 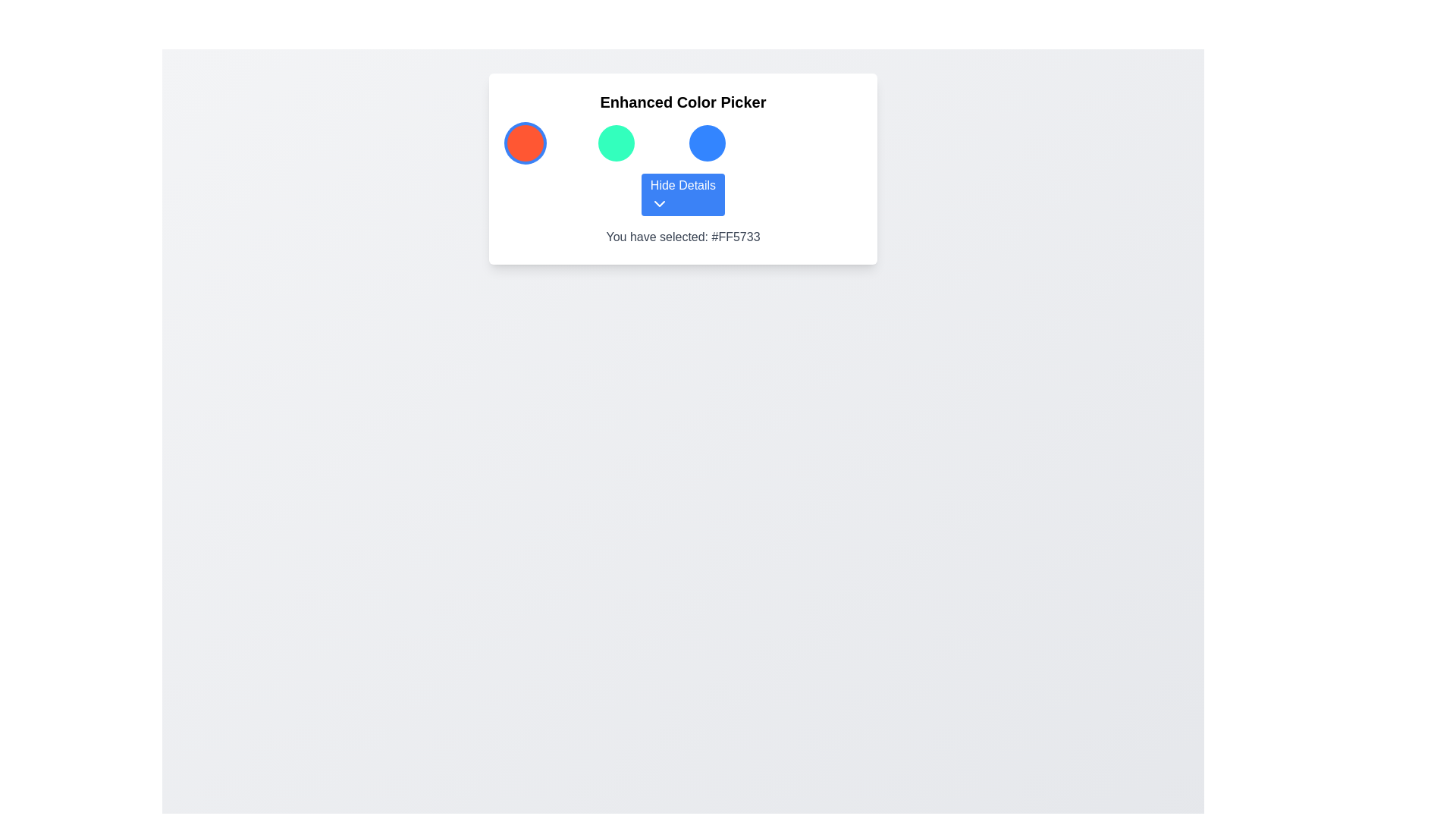 What do you see at coordinates (706, 143) in the screenshot?
I see `the color selection button, which is the third circular button in a row of four, located between a green button and an empty space` at bounding box center [706, 143].